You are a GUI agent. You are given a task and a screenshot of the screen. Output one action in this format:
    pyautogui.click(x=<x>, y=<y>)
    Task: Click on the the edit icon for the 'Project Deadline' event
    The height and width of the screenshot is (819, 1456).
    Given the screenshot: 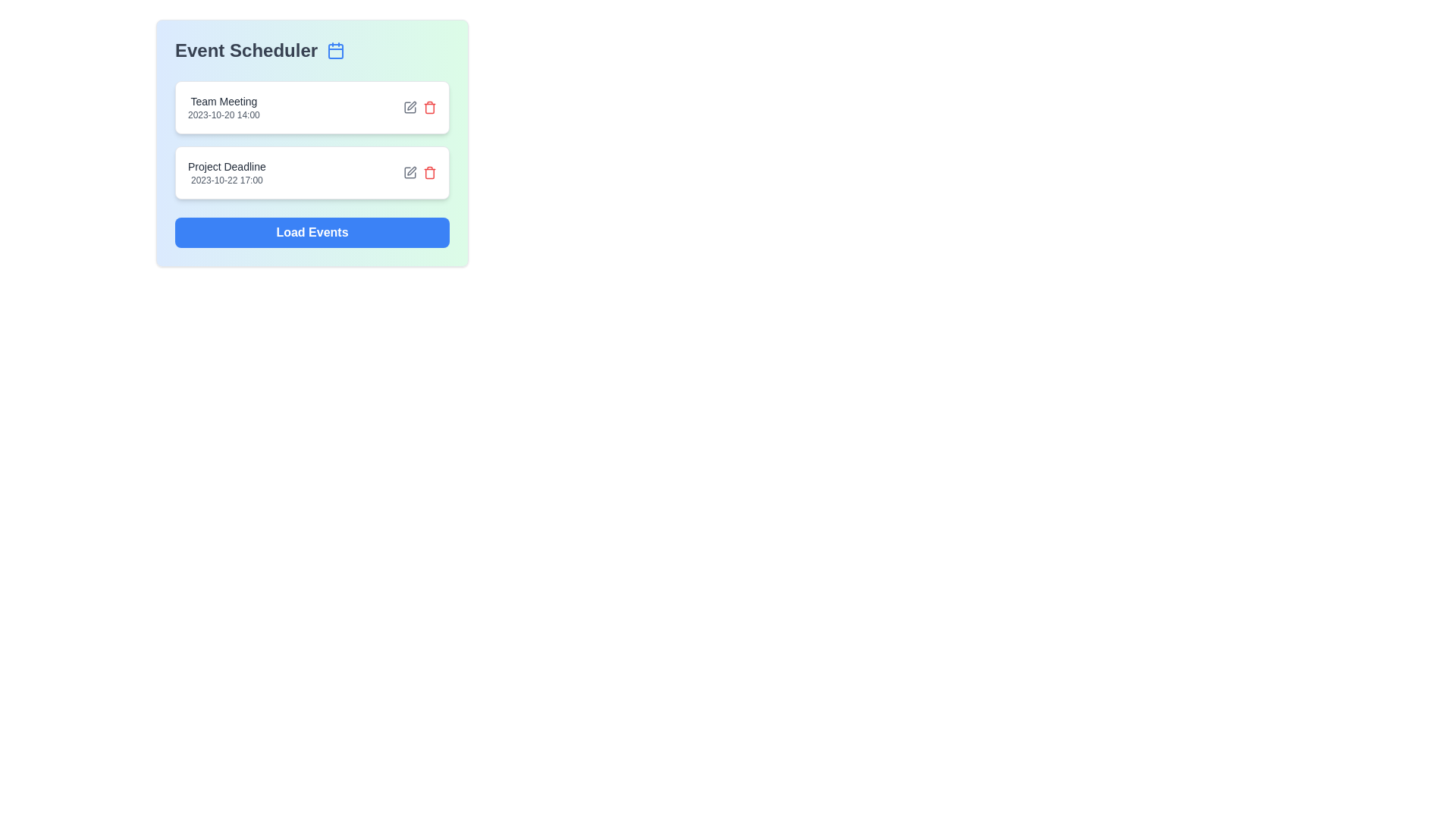 What is the action you would take?
    pyautogui.click(x=412, y=171)
    